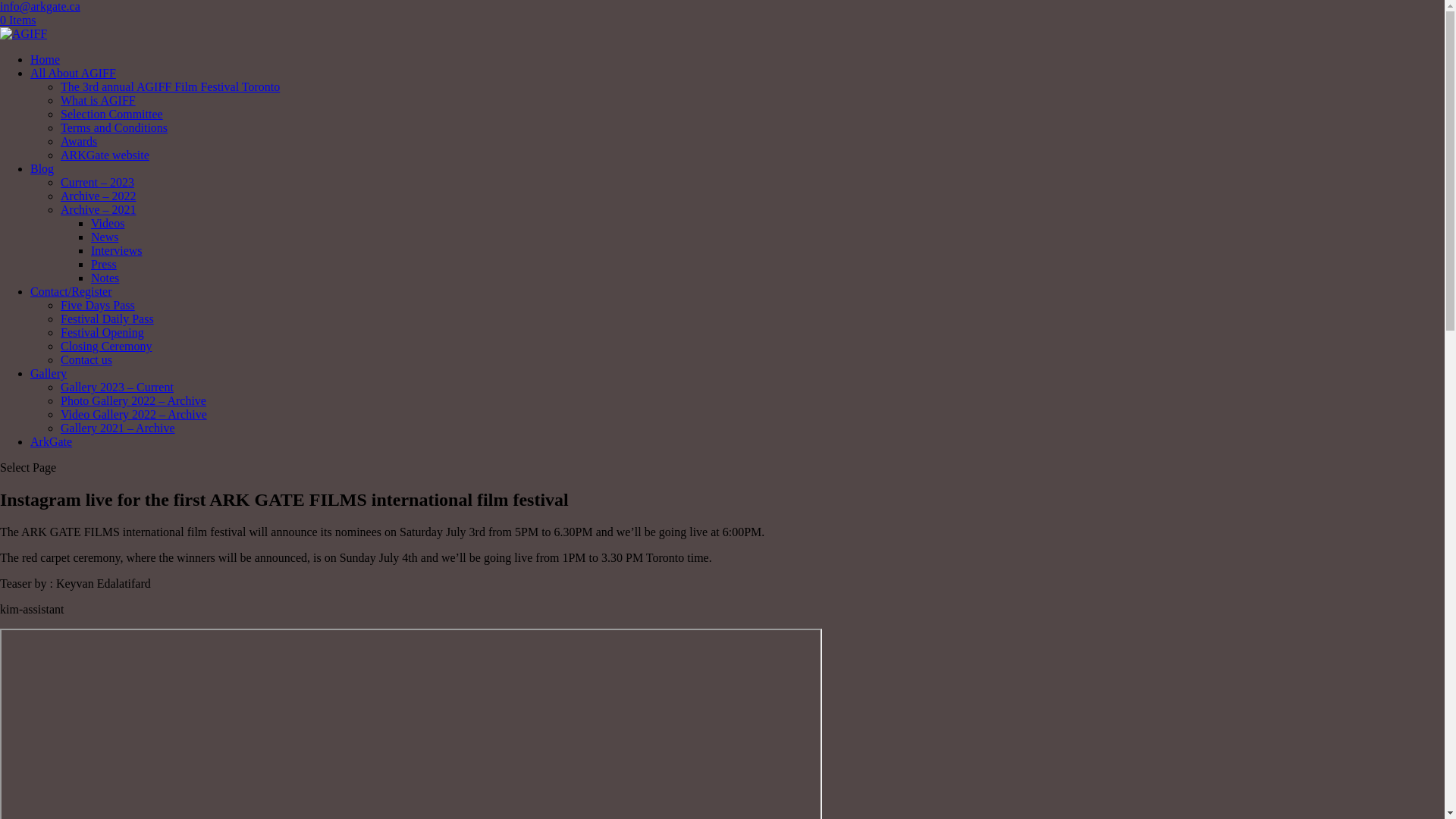 Image resolution: width=1456 pixels, height=819 pixels. I want to click on 'Closing Ceremony', so click(105, 346).